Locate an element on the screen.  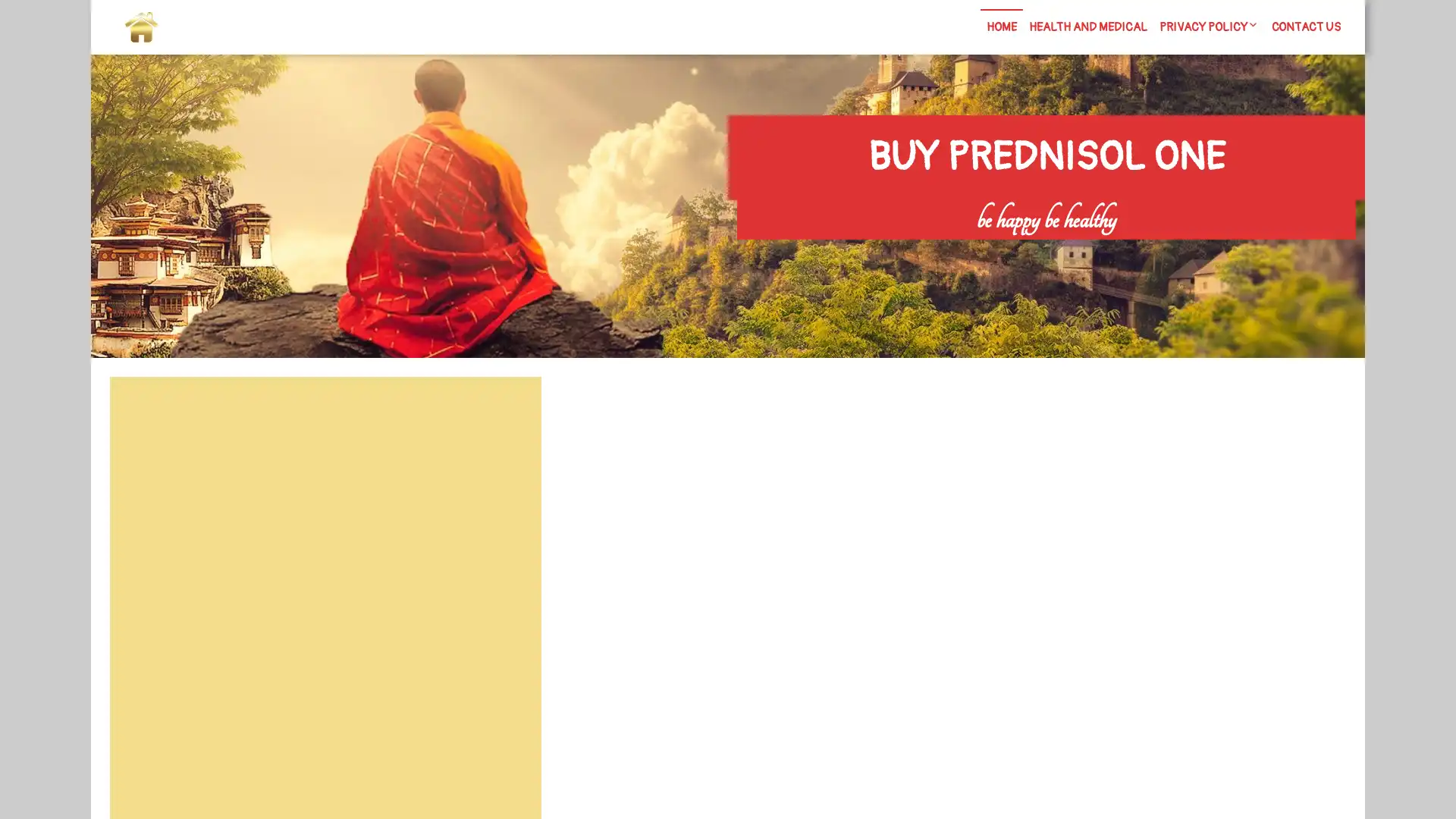
Search is located at coordinates (506, 413).